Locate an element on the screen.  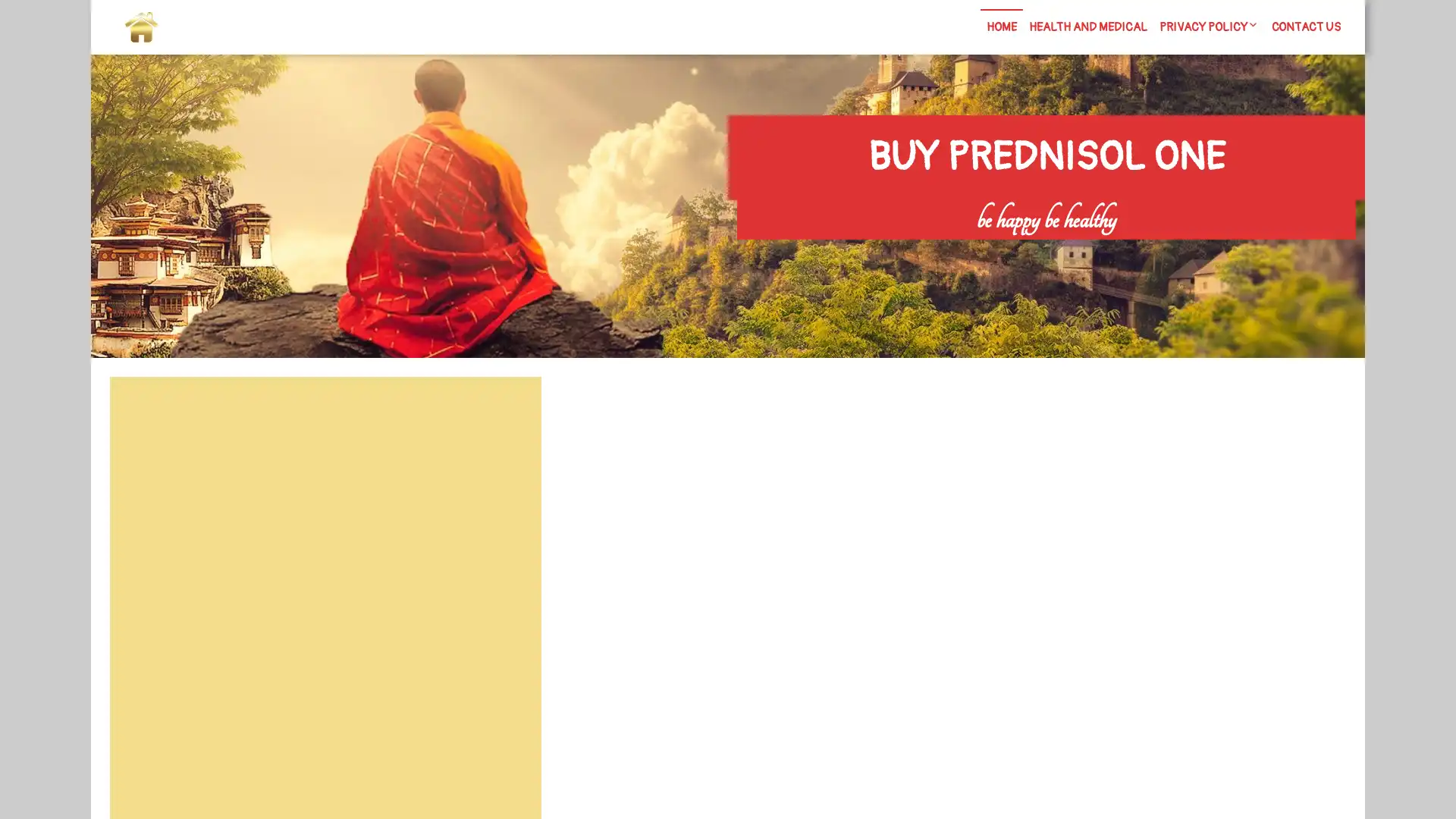
Search is located at coordinates (506, 413).